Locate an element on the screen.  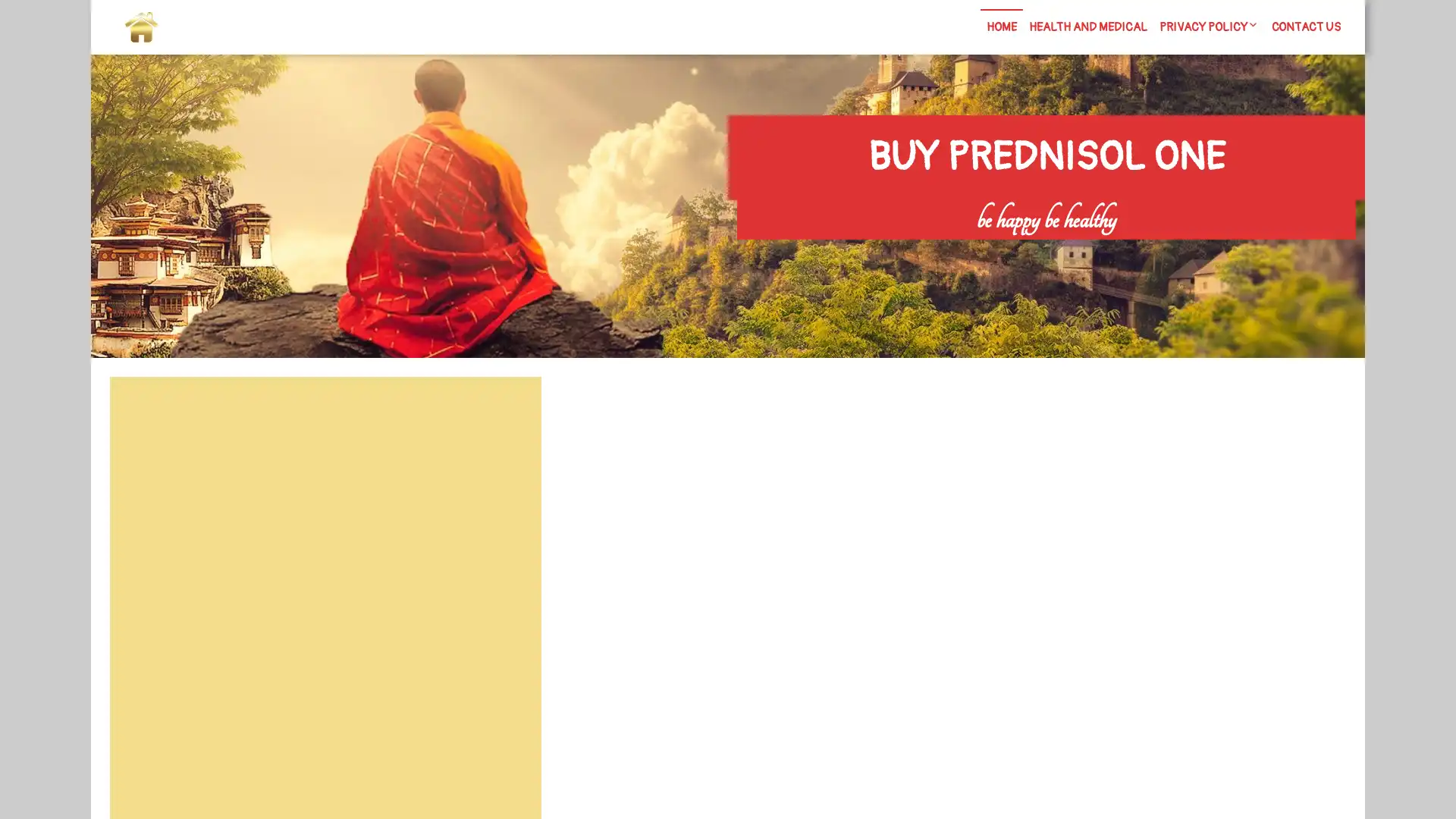
Search is located at coordinates (506, 413).